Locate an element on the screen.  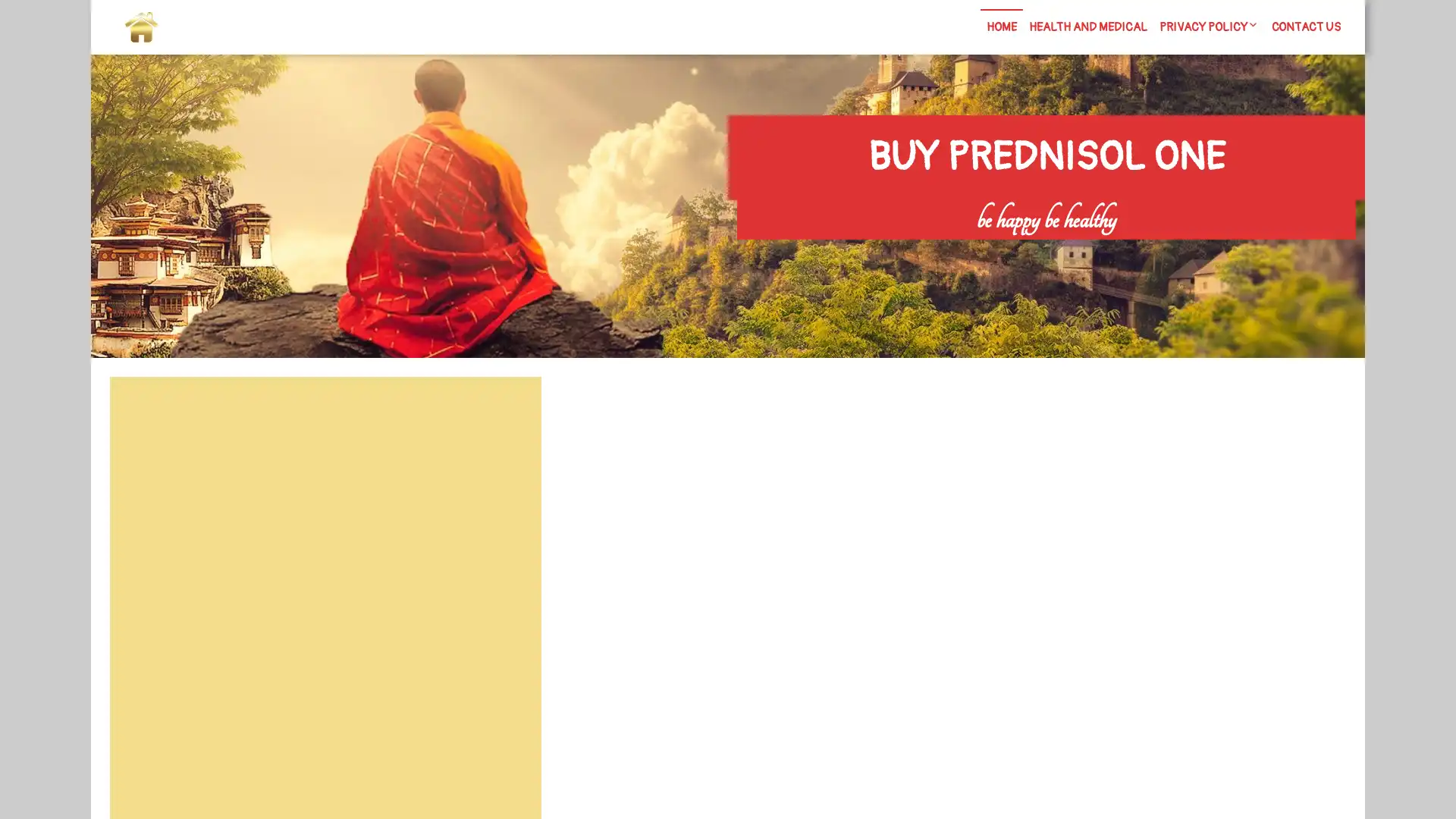
Search is located at coordinates (506, 413).